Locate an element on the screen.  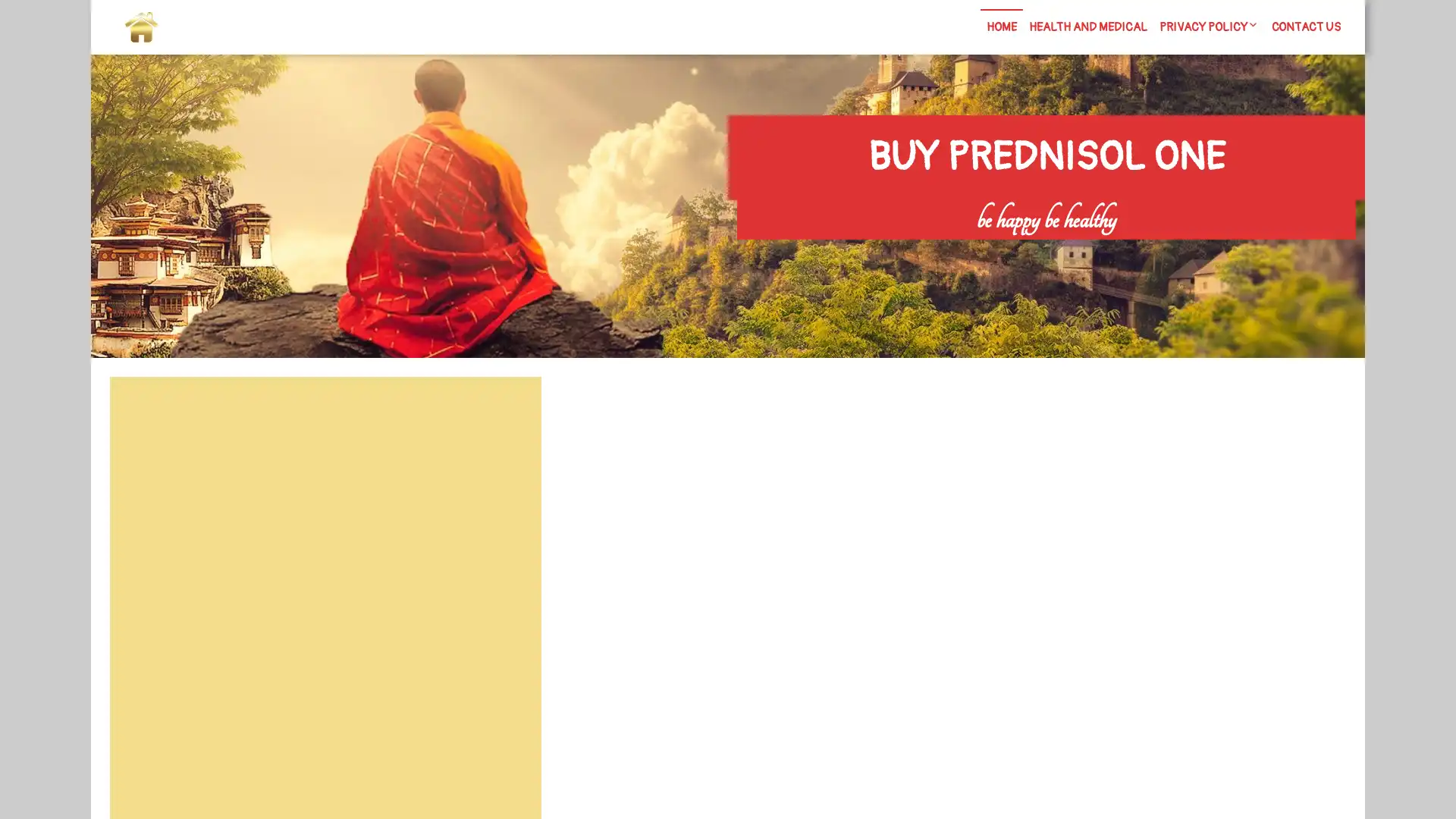
Search is located at coordinates (506, 413).